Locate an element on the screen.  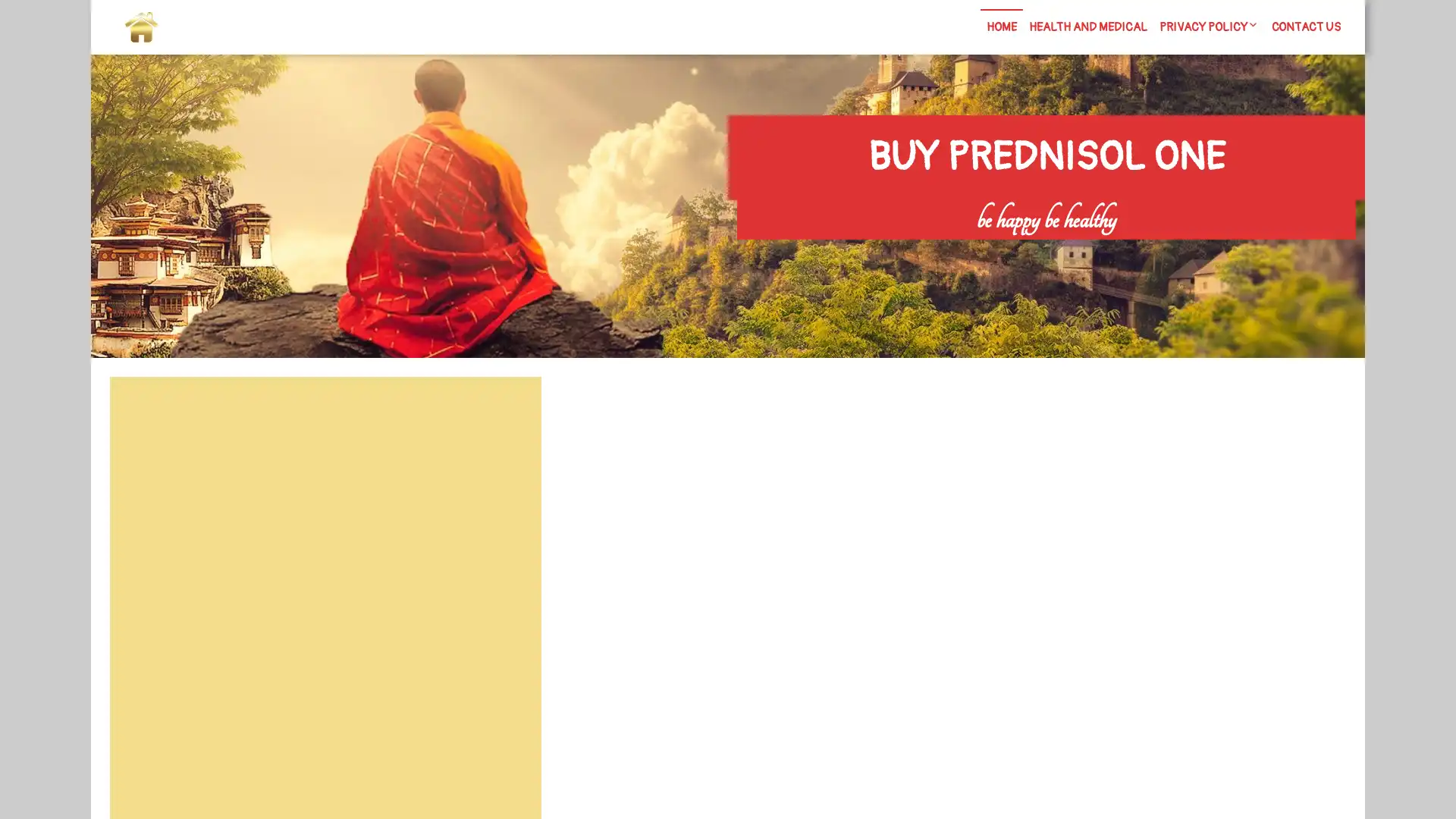
Search is located at coordinates (506, 413).